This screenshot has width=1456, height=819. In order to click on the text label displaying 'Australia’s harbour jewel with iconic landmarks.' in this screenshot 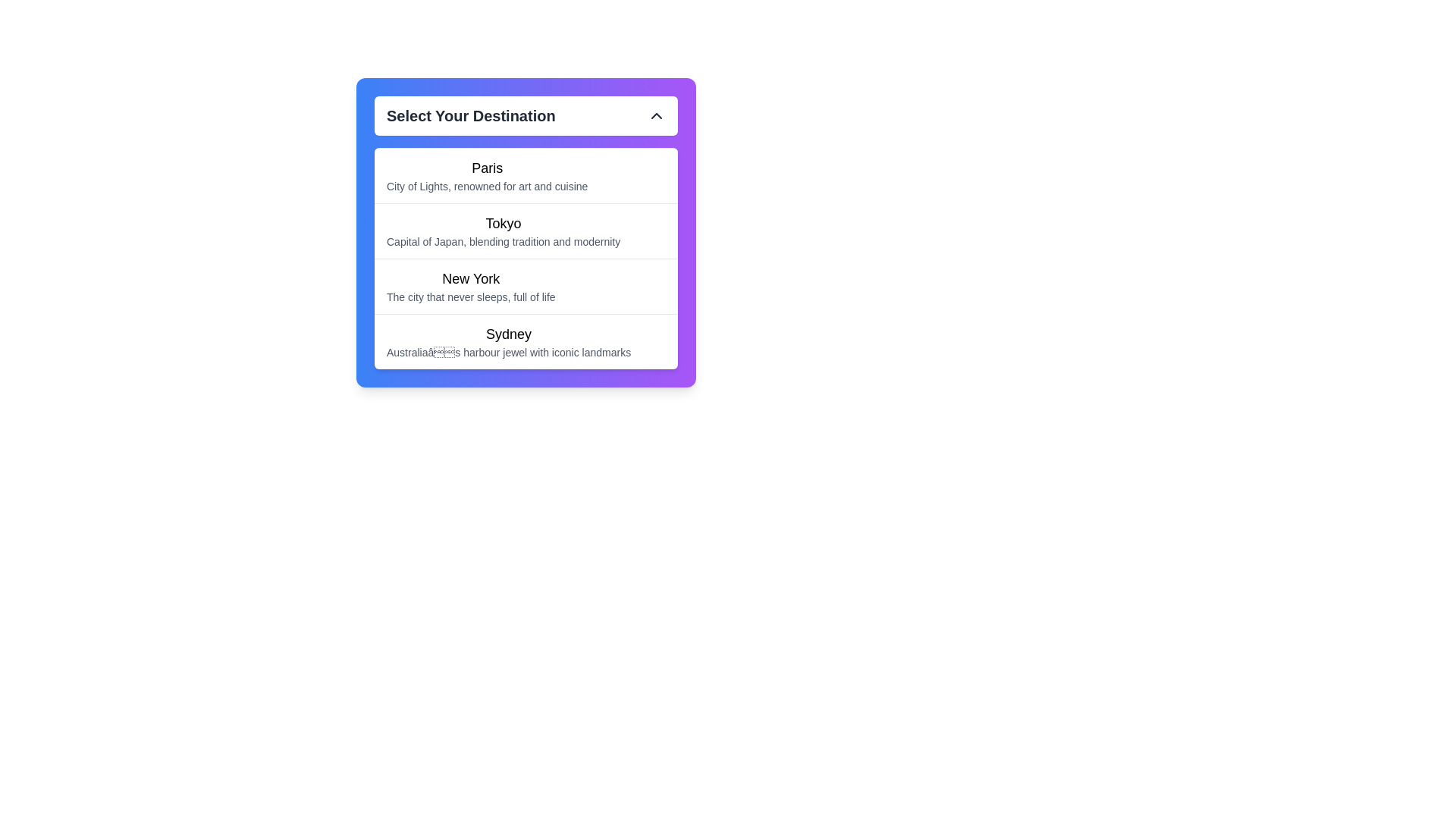, I will do `click(509, 353)`.